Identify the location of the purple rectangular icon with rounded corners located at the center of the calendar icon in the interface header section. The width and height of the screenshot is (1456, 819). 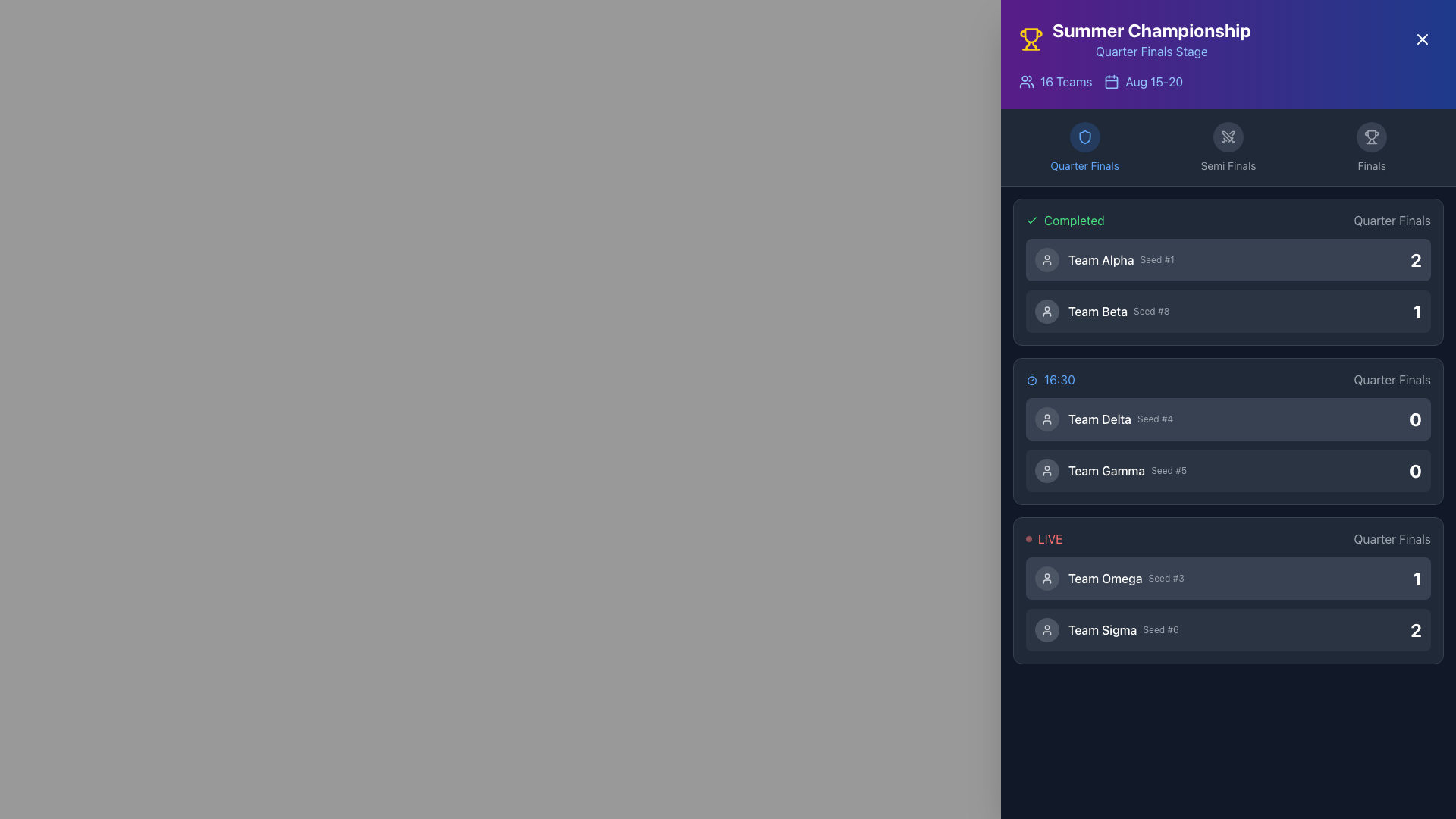
(1112, 82).